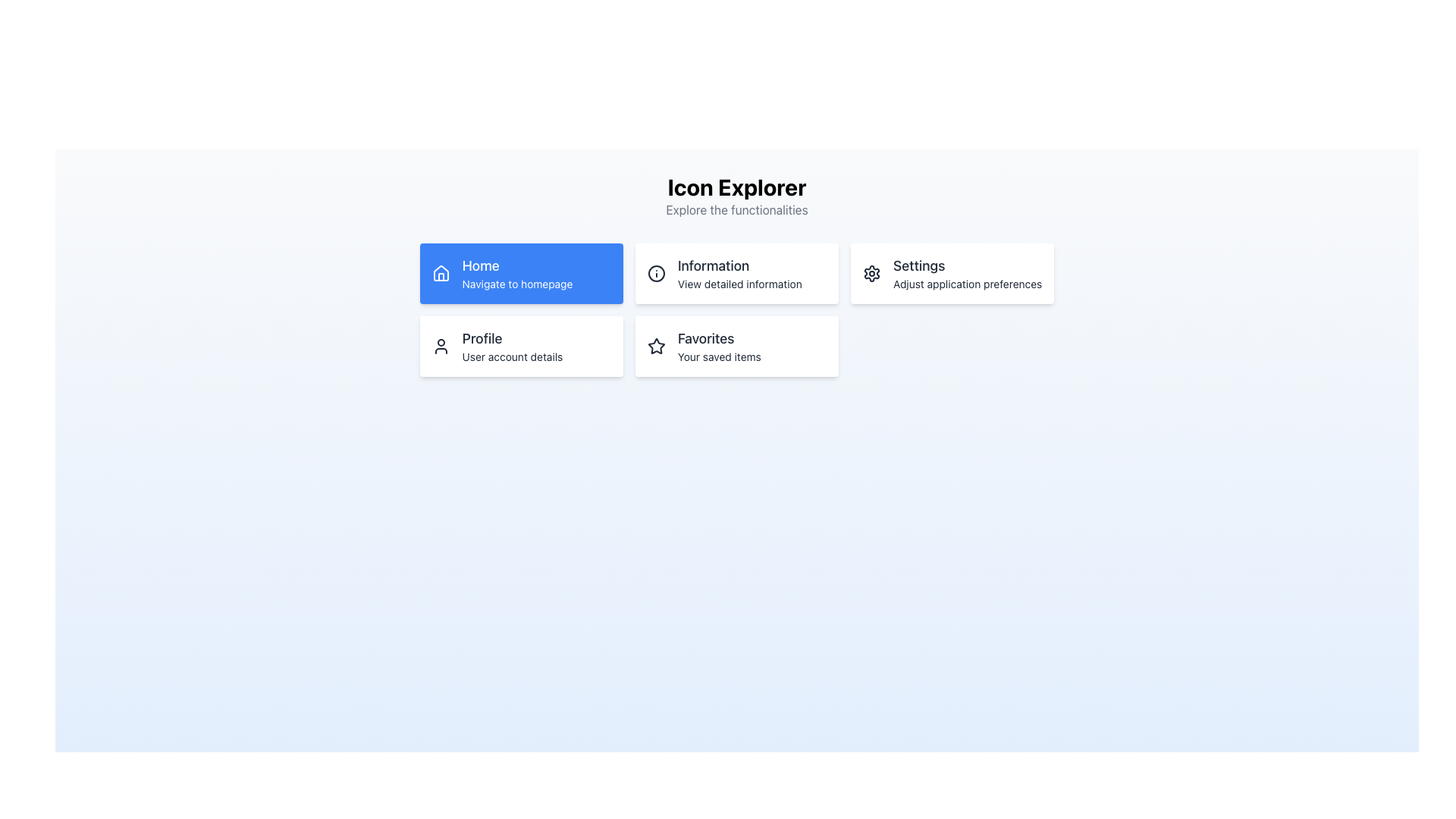  What do you see at coordinates (736, 210) in the screenshot?
I see `information from the text label that reads 'Explore the functionalities', which is located directly below the header 'Icon Explorer'` at bounding box center [736, 210].